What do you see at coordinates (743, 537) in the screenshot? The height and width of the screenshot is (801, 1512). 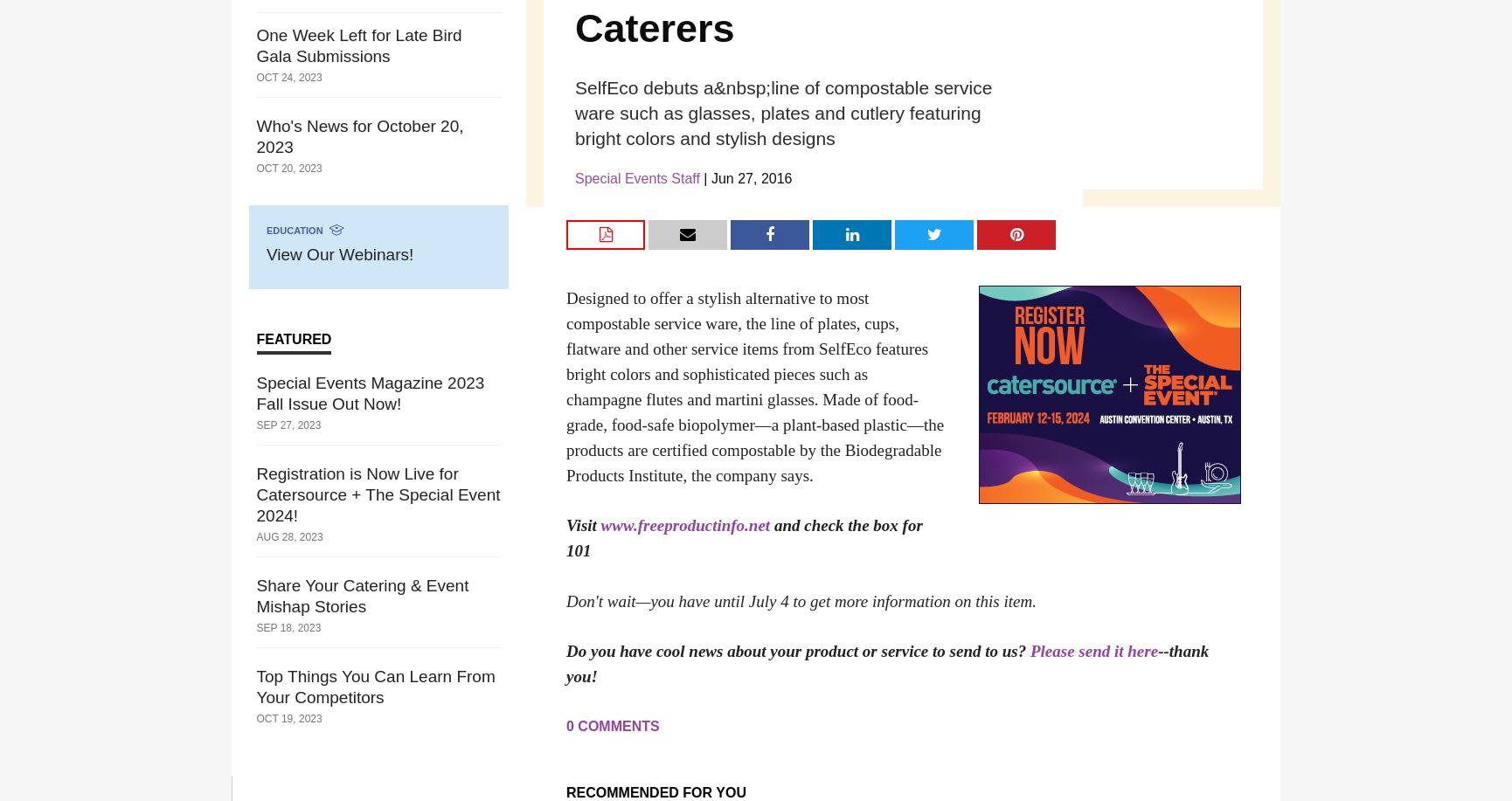 I see `'and check the box for 101'` at bounding box center [743, 537].